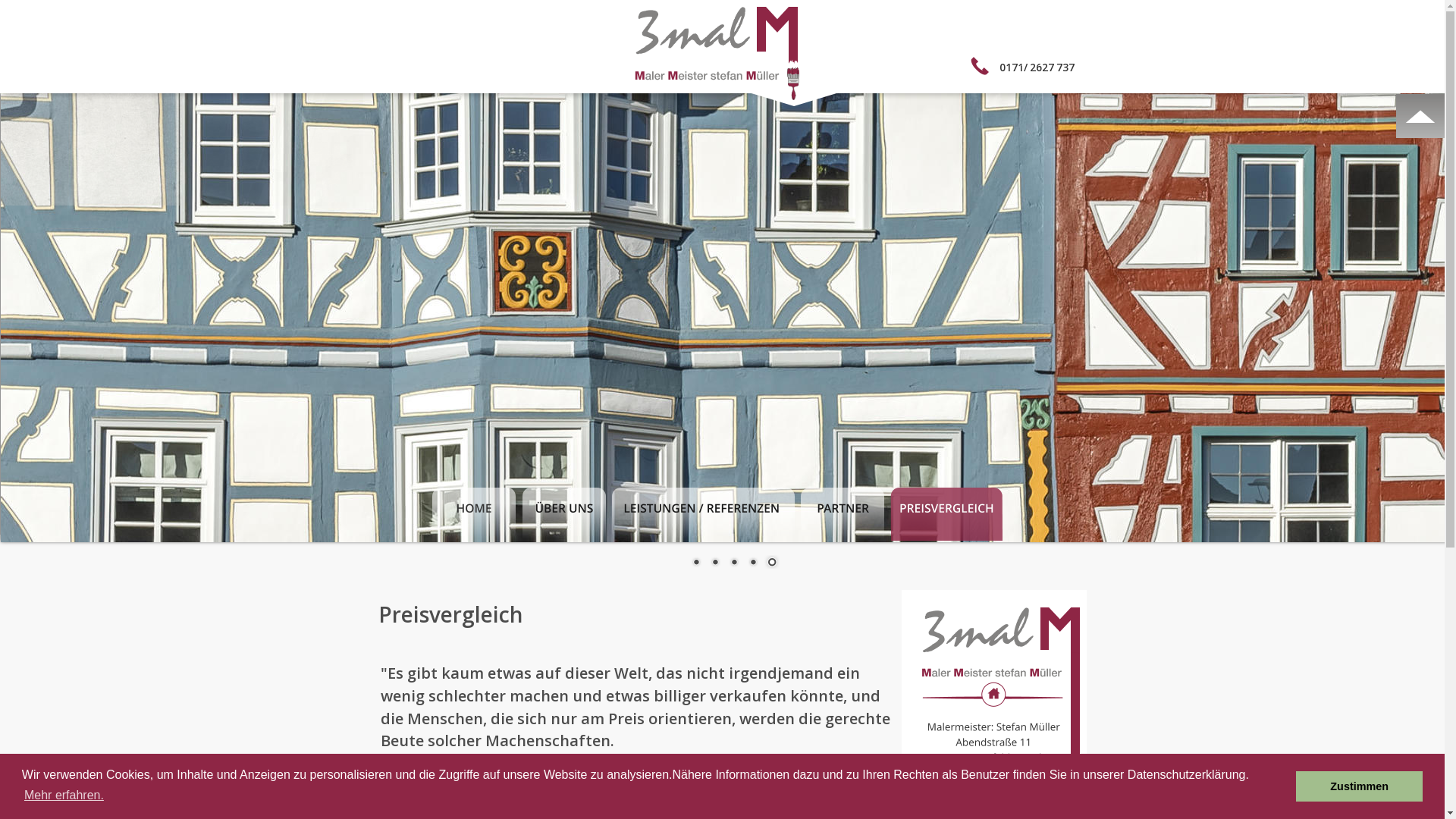 The width and height of the screenshot is (1456, 819). I want to click on '26', so click(1035, 66).